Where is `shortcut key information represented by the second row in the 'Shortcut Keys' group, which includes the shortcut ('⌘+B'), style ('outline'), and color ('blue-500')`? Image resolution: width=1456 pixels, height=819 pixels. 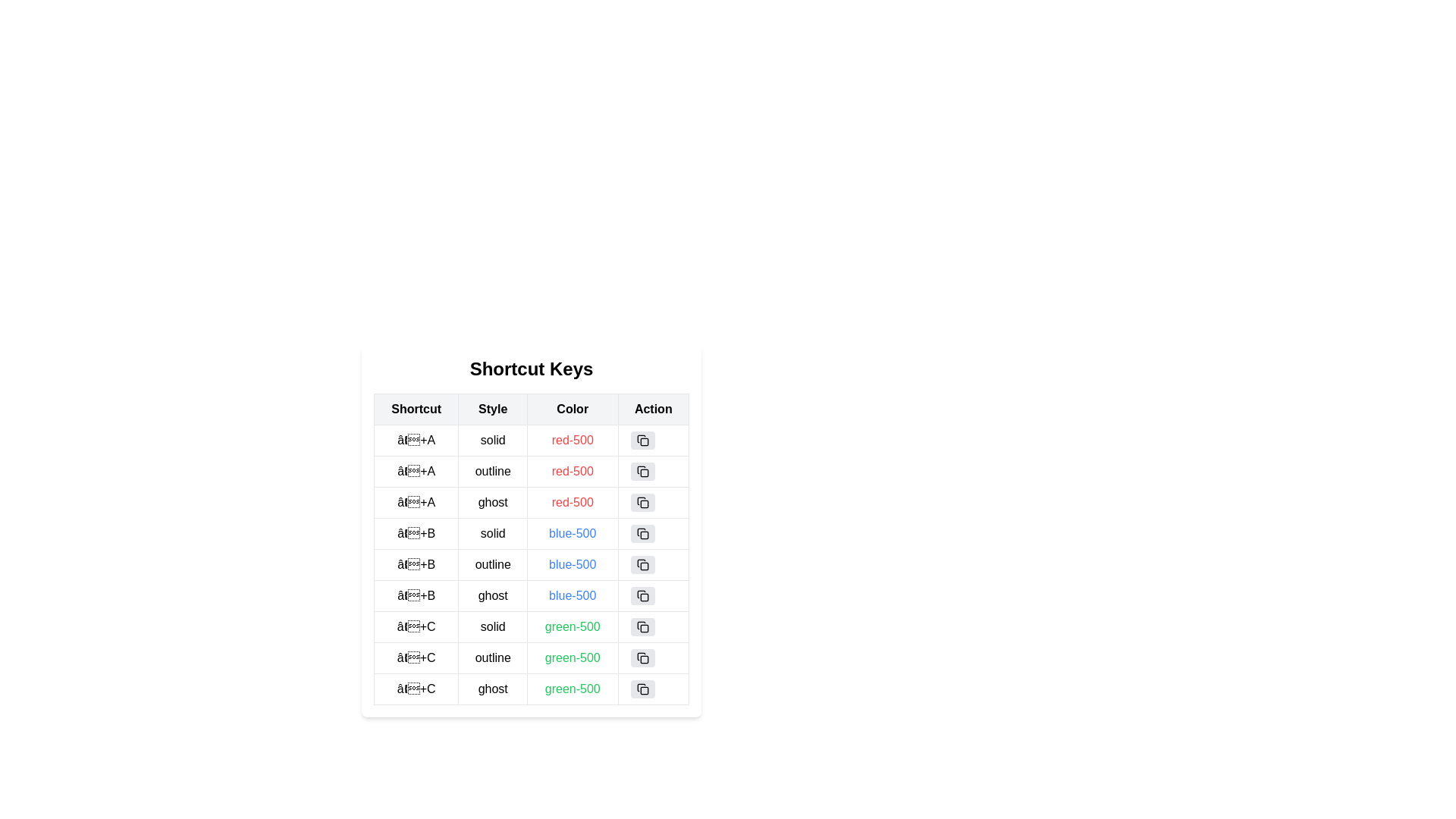 shortcut key information represented by the second row in the 'Shortcut Keys' group, which includes the shortcut ('⌘+B'), style ('outline'), and color ('blue-500') is located at coordinates (531, 564).